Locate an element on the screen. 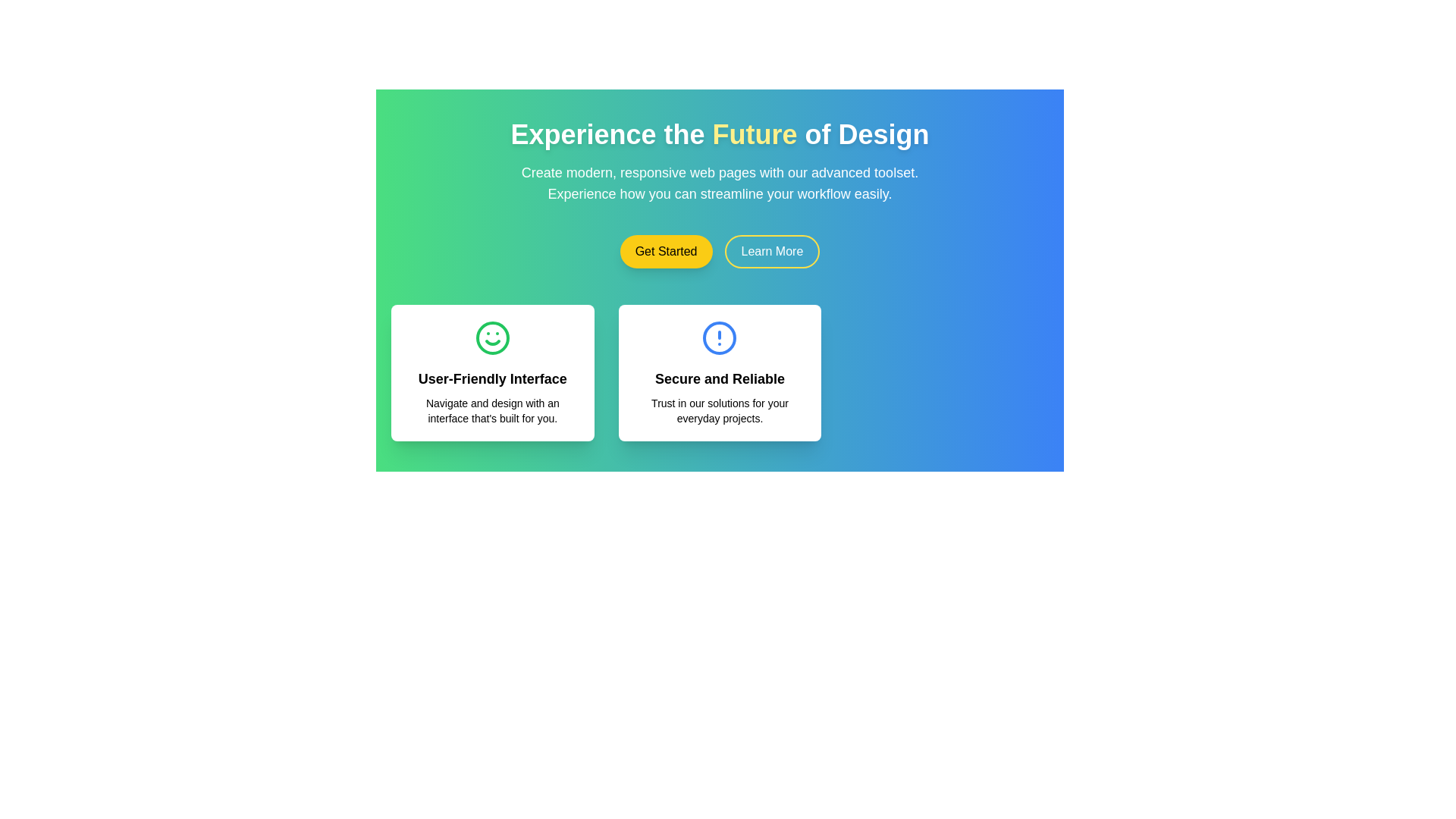  the 'Learn More' pill-shaped button with a yellow border is located at coordinates (772, 250).